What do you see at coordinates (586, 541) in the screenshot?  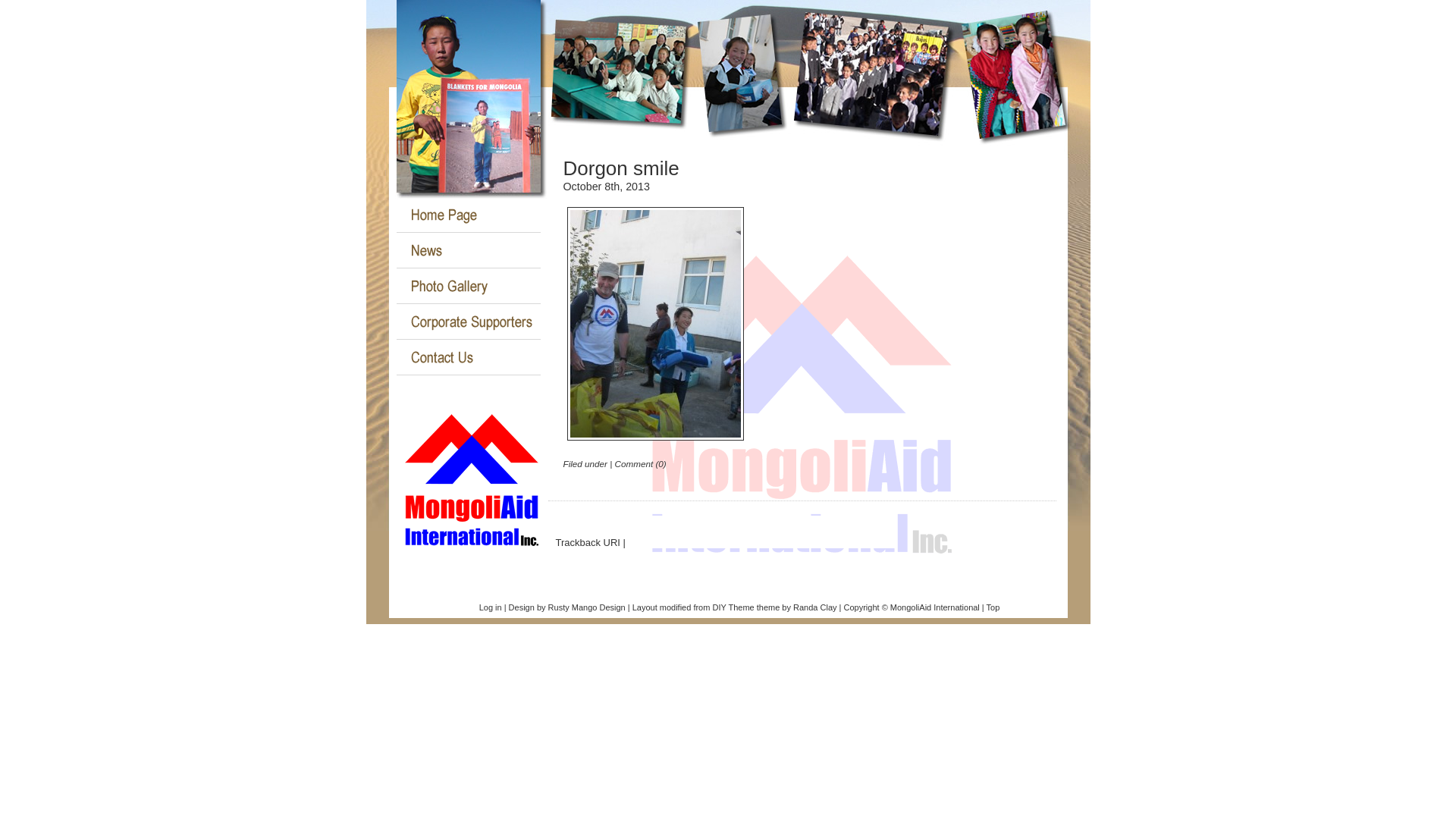 I see `'Trackback URI'` at bounding box center [586, 541].